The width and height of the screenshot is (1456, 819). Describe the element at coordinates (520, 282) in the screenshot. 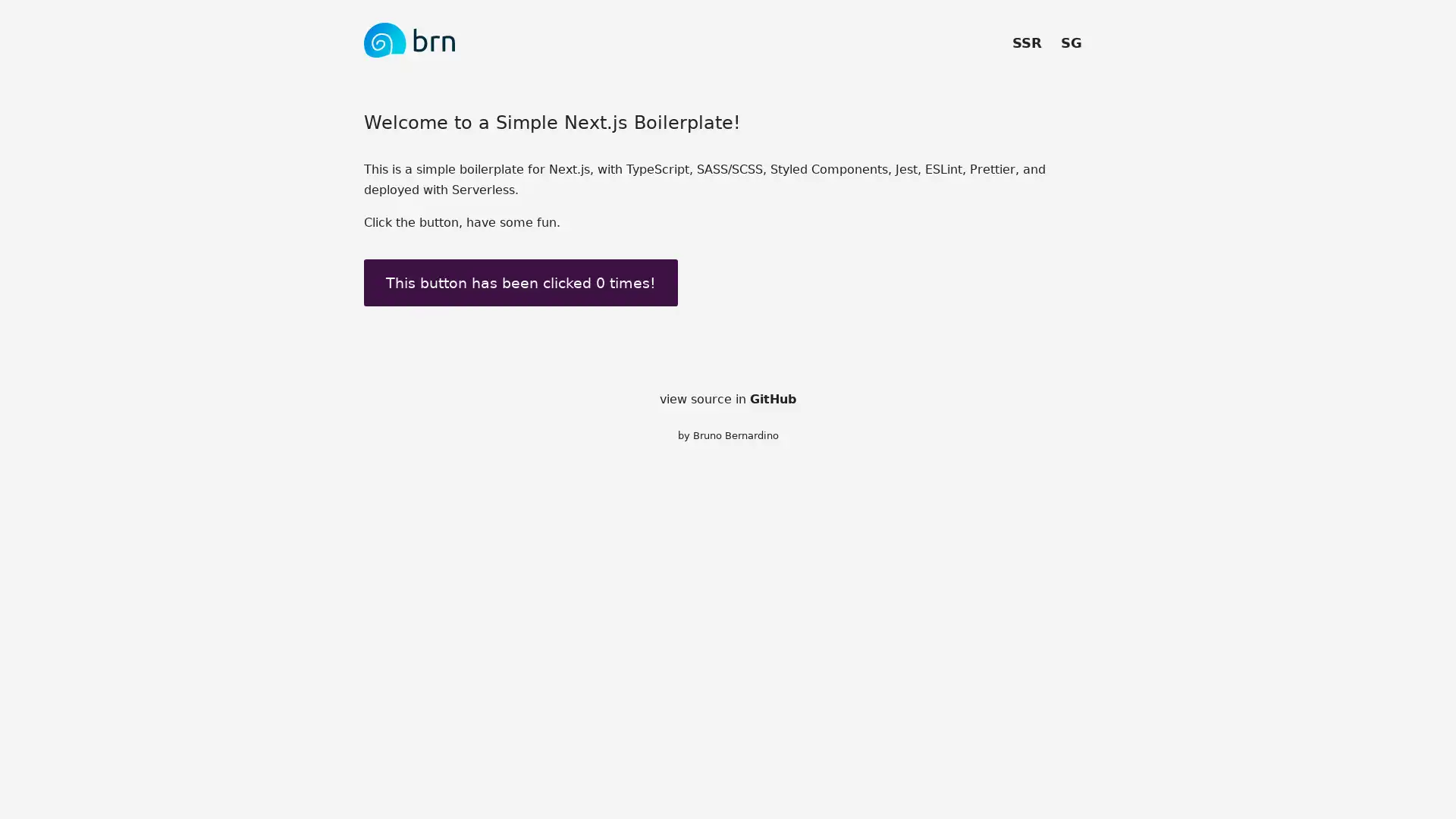

I see `This button has been clicked 0 times!` at that location.